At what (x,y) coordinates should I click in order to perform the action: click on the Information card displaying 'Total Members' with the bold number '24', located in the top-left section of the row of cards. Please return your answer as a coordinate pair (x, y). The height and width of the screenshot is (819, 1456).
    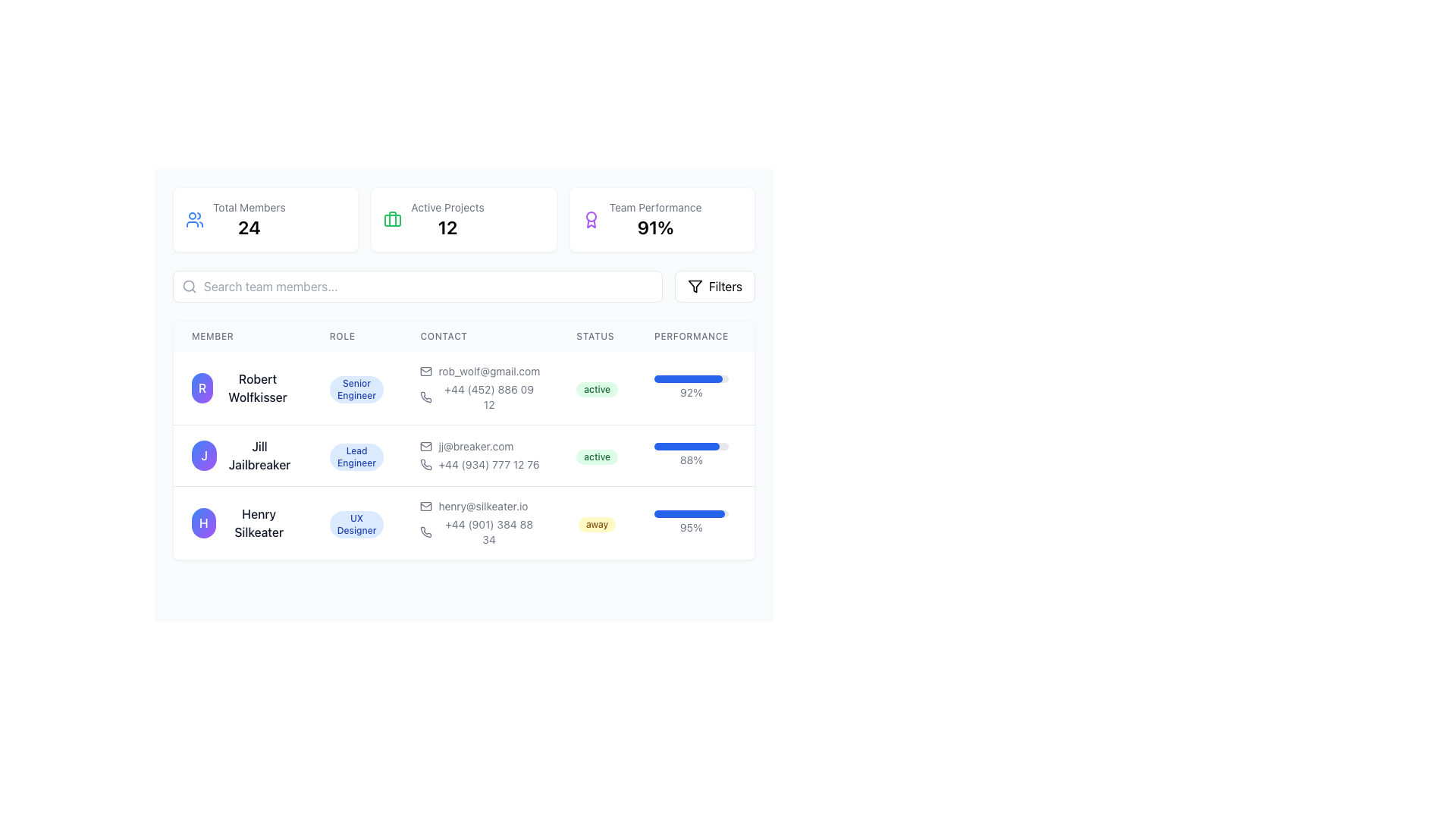
    Looking at the image, I should click on (265, 219).